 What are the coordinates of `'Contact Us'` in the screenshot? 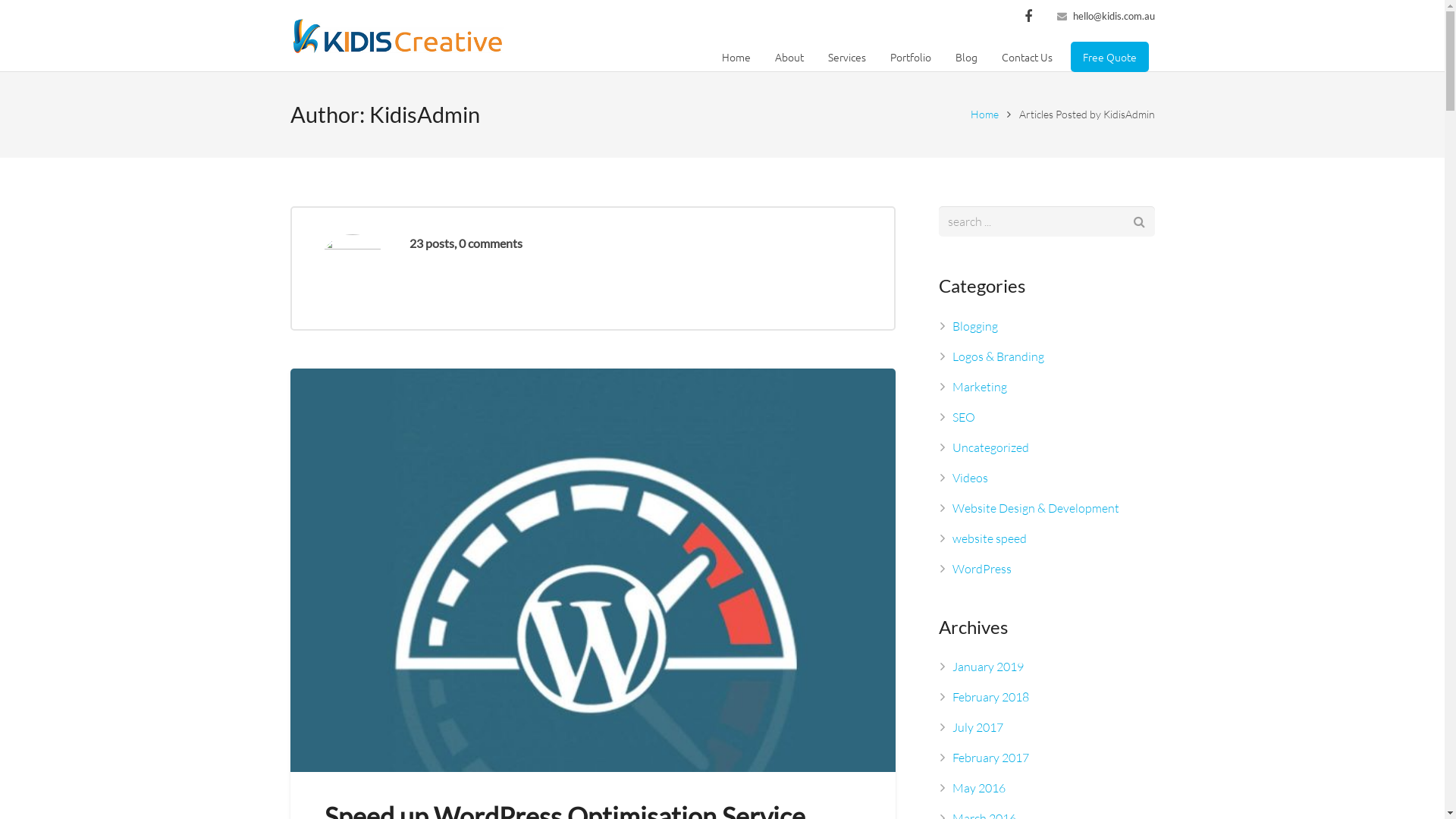 It's located at (1026, 55).